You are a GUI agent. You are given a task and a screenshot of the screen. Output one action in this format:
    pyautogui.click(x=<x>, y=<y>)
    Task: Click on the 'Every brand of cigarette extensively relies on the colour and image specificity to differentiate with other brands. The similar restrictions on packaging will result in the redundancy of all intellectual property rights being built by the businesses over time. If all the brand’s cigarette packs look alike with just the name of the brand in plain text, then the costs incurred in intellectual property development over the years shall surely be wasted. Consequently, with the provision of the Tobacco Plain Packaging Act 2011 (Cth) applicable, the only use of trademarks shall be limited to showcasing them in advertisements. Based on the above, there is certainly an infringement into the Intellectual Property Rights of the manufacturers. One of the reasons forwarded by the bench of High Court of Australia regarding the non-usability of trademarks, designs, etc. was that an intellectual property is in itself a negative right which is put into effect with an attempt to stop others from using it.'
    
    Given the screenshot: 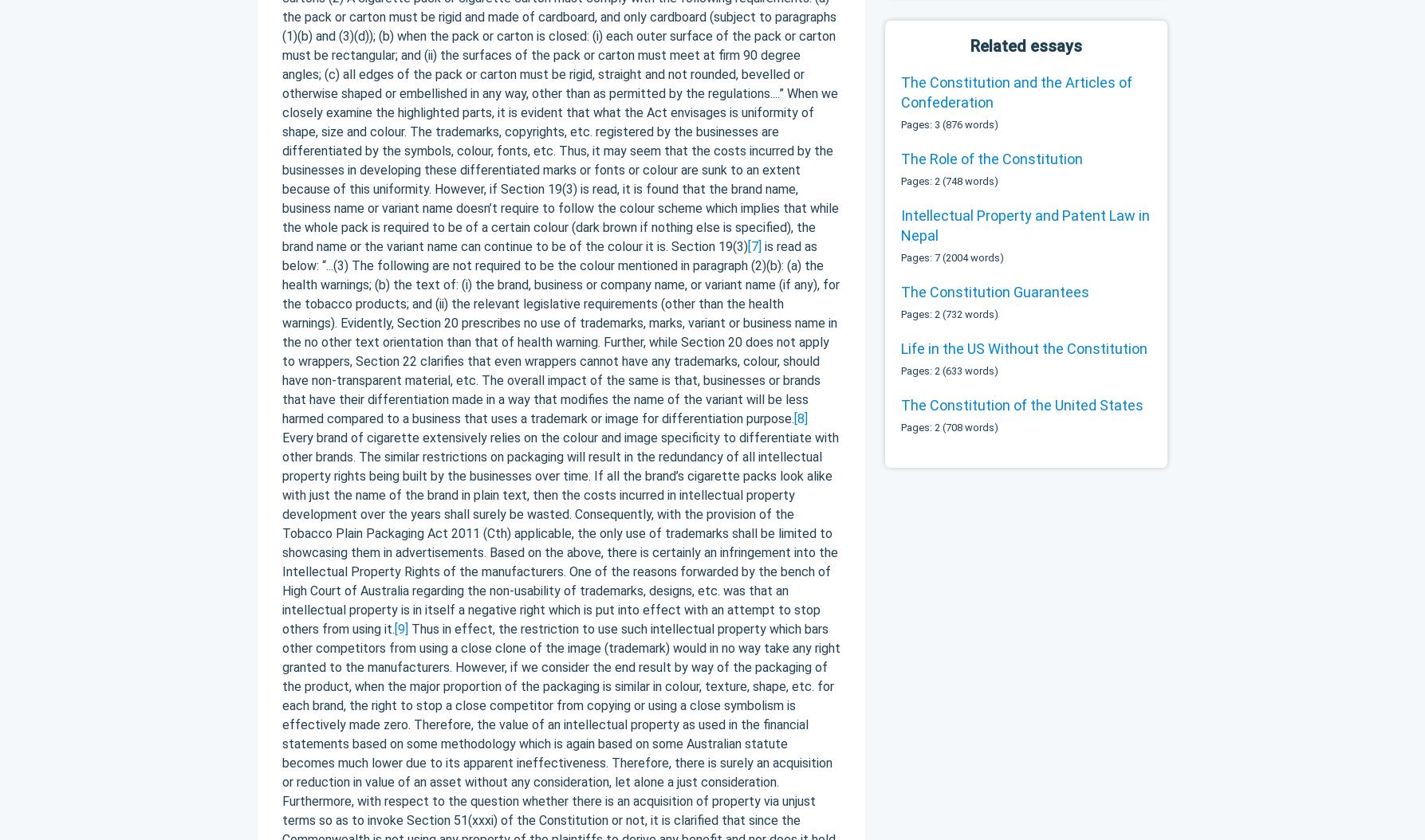 What is the action you would take?
    pyautogui.click(x=558, y=532)
    